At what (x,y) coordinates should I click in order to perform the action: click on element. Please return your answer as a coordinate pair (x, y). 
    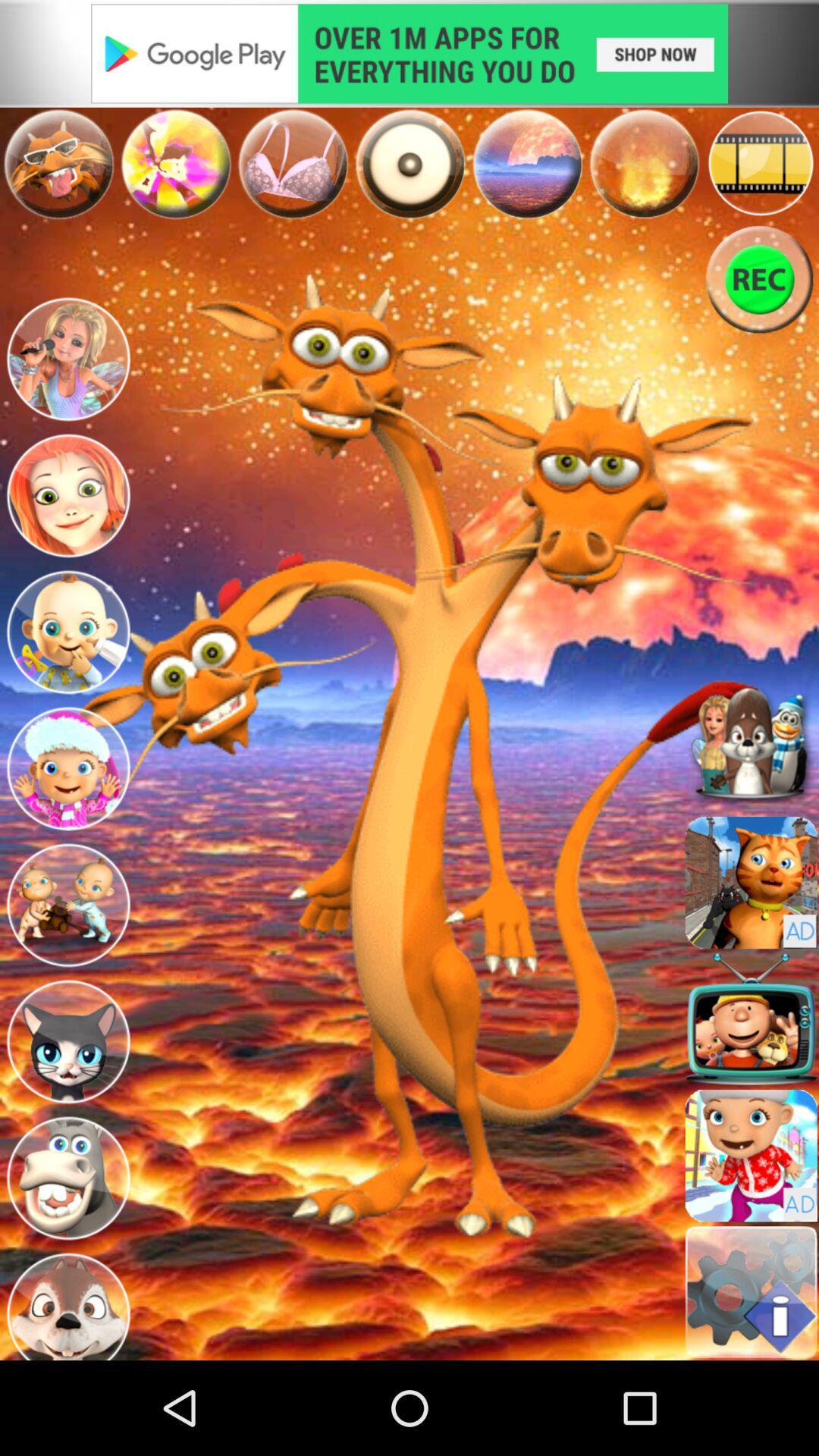
    Looking at the image, I should click on (644, 163).